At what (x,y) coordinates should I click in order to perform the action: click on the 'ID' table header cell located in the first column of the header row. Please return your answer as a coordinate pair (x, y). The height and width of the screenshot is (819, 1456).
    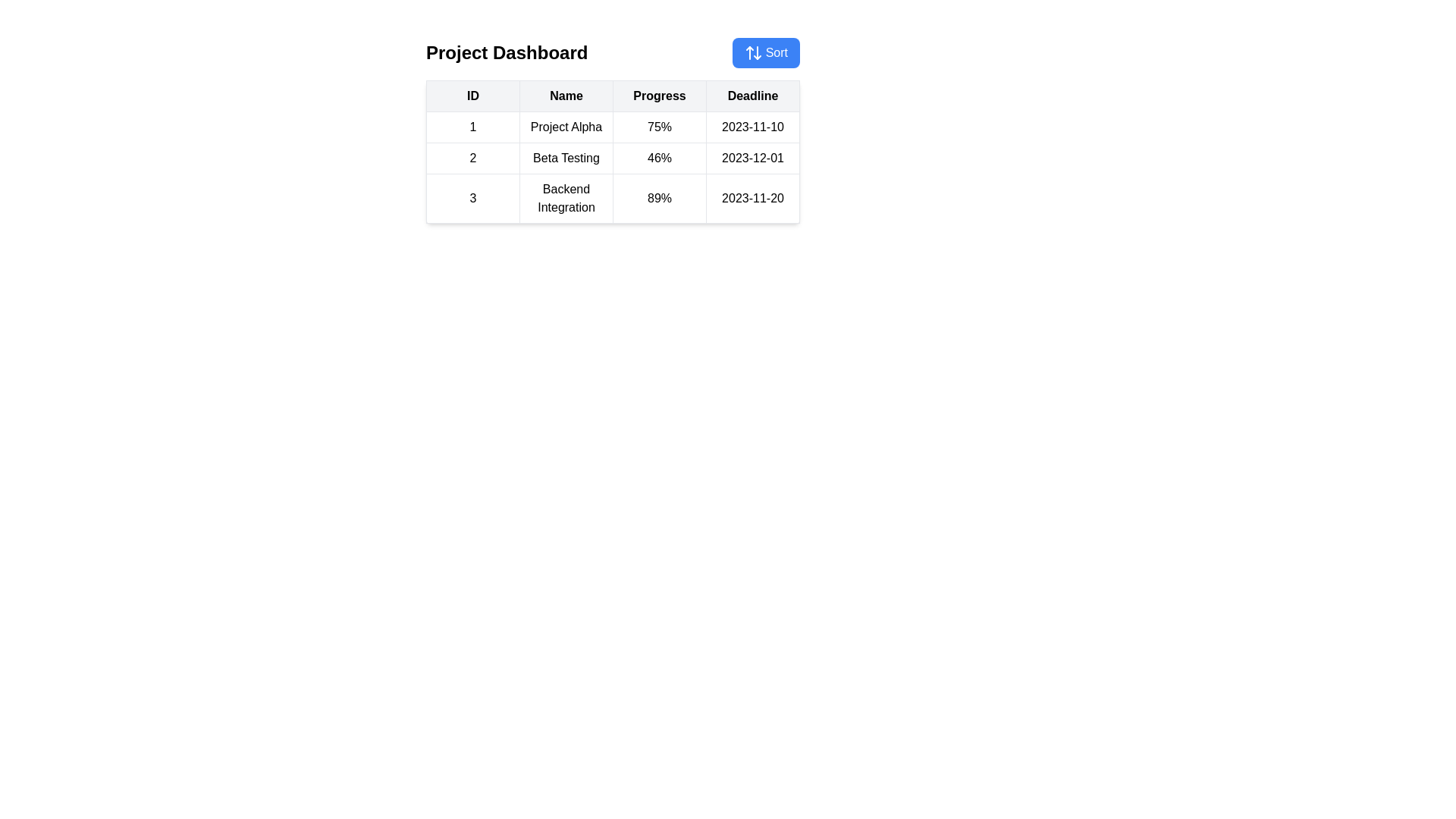
    Looking at the image, I should click on (472, 96).